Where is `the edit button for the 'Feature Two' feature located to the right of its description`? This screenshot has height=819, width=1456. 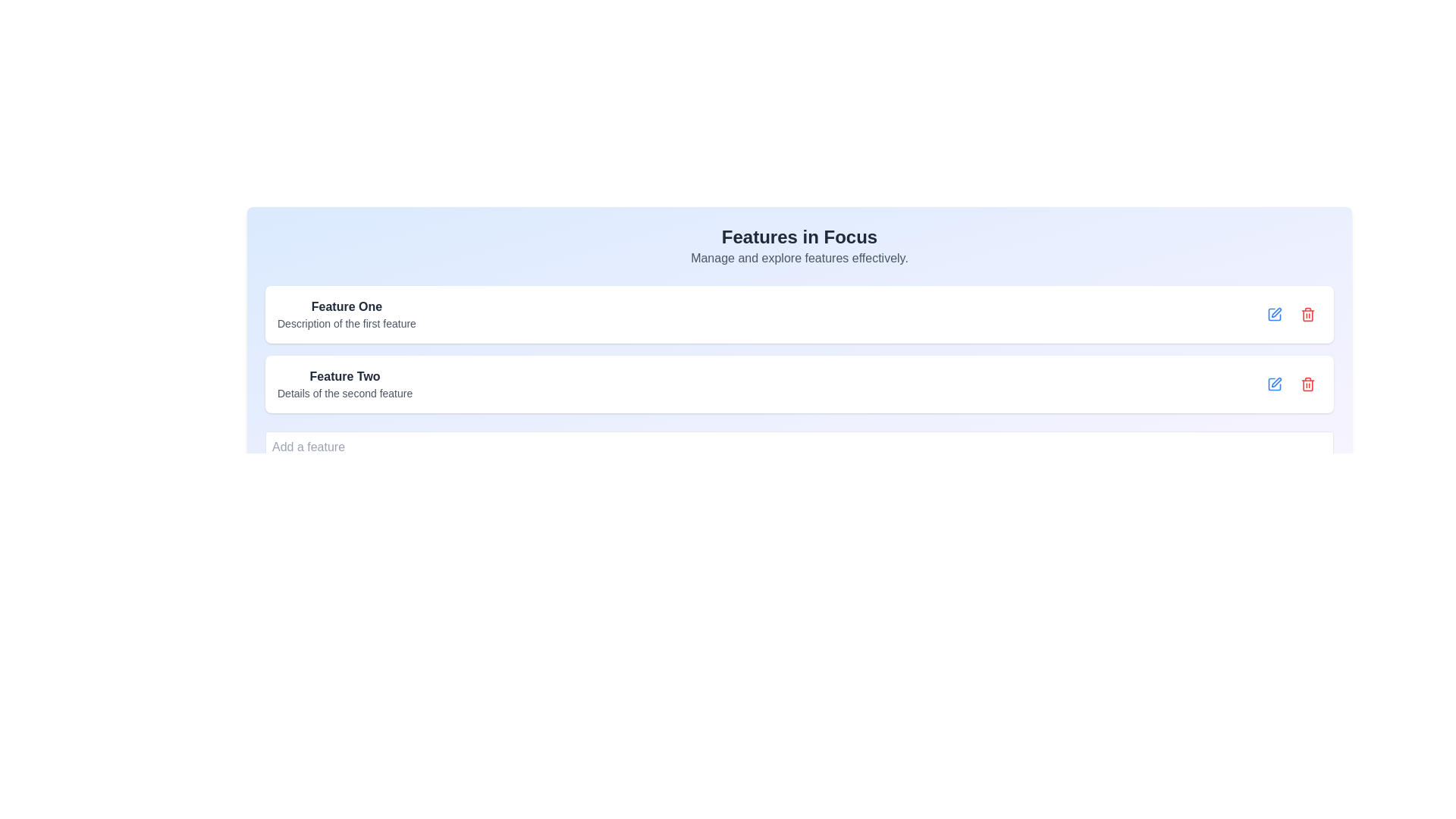 the edit button for the 'Feature Two' feature located to the right of its description is located at coordinates (1274, 383).